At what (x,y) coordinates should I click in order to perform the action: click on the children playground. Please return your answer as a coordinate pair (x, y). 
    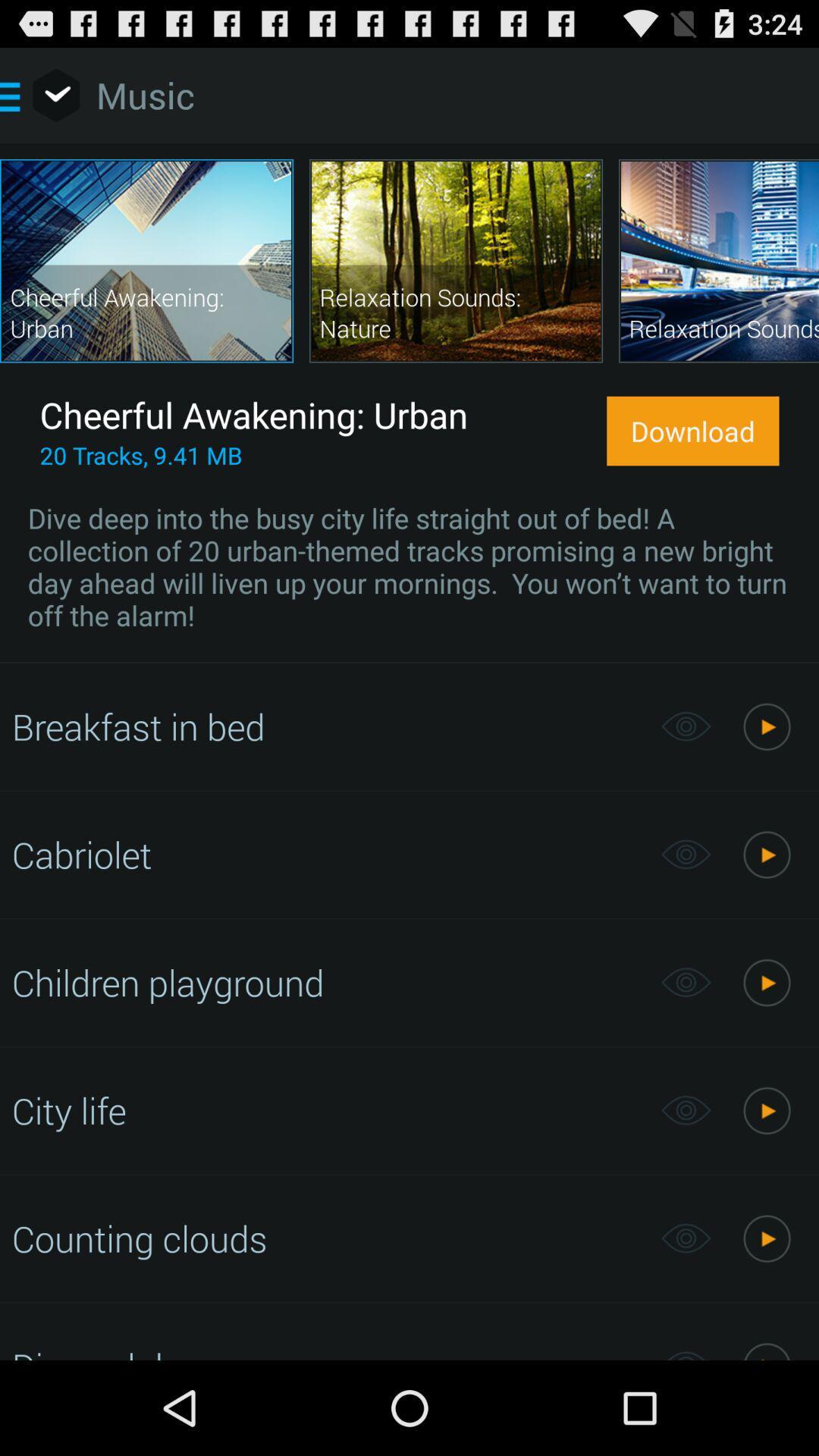
    Looking at the image, I should click on (328, 982).